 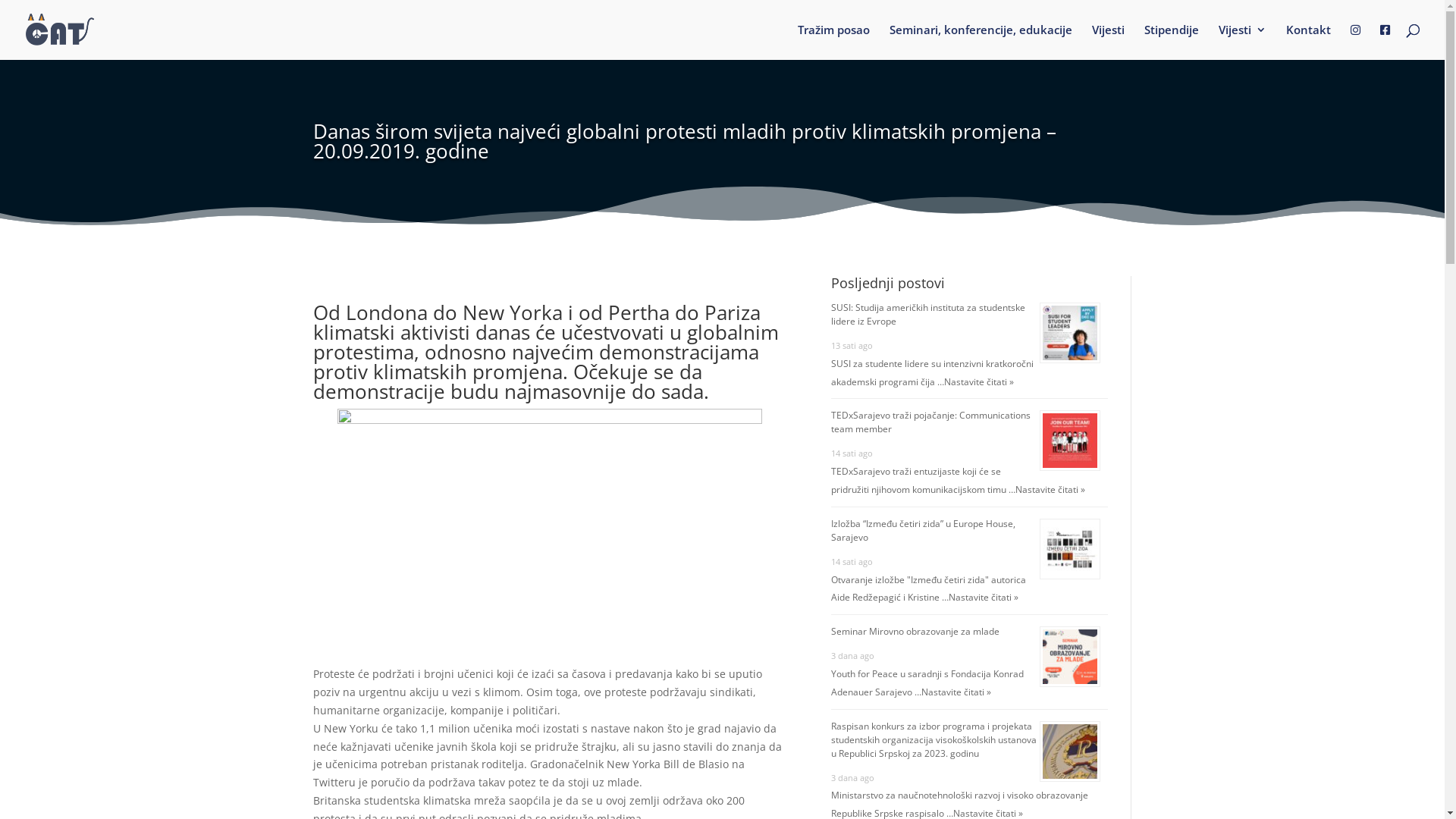 I want to click on 'Vijesti', so click(x=1108, y=40).